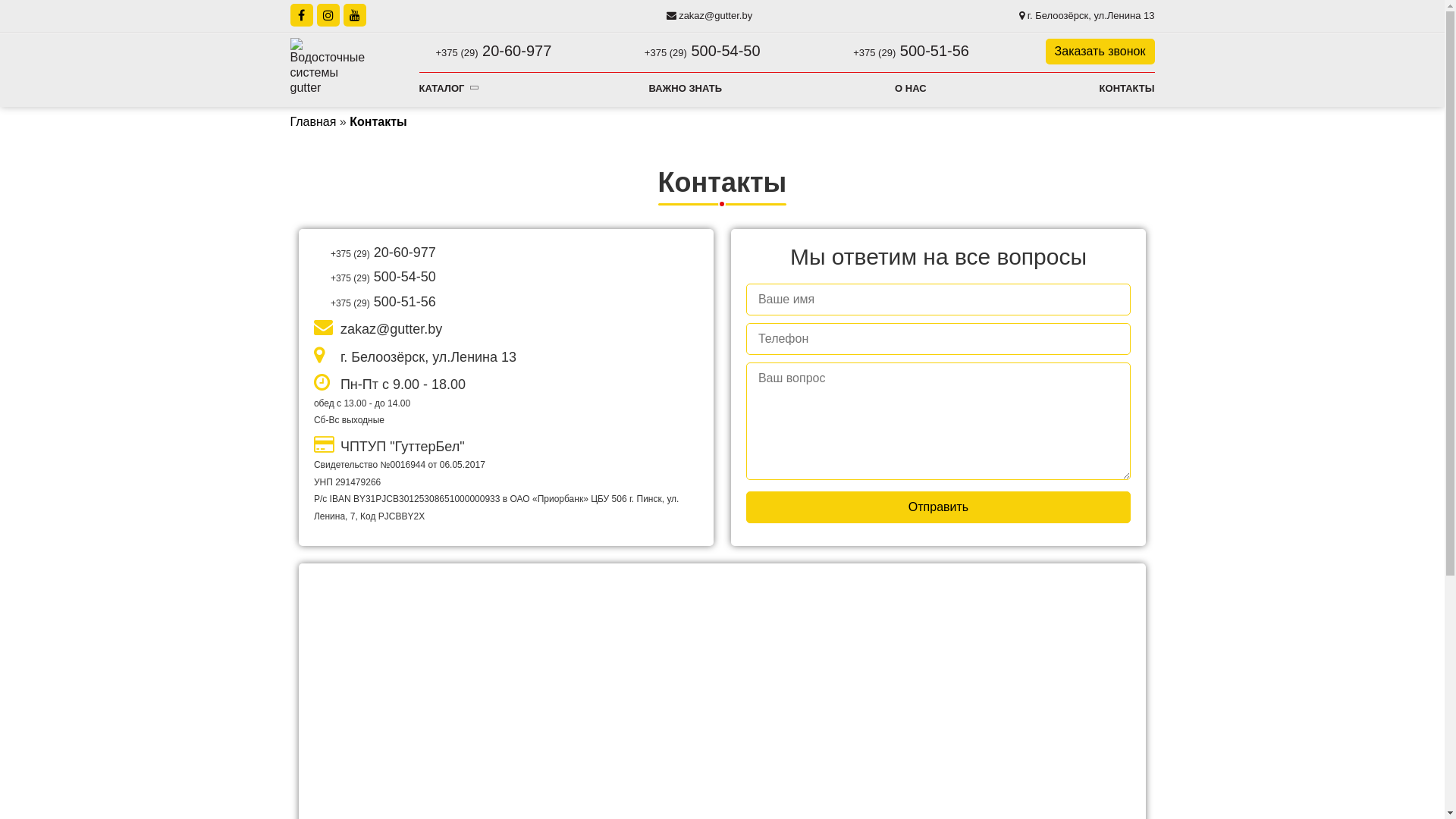  I want to click on '+375 (29) 500-54-50', so click(693, 50).